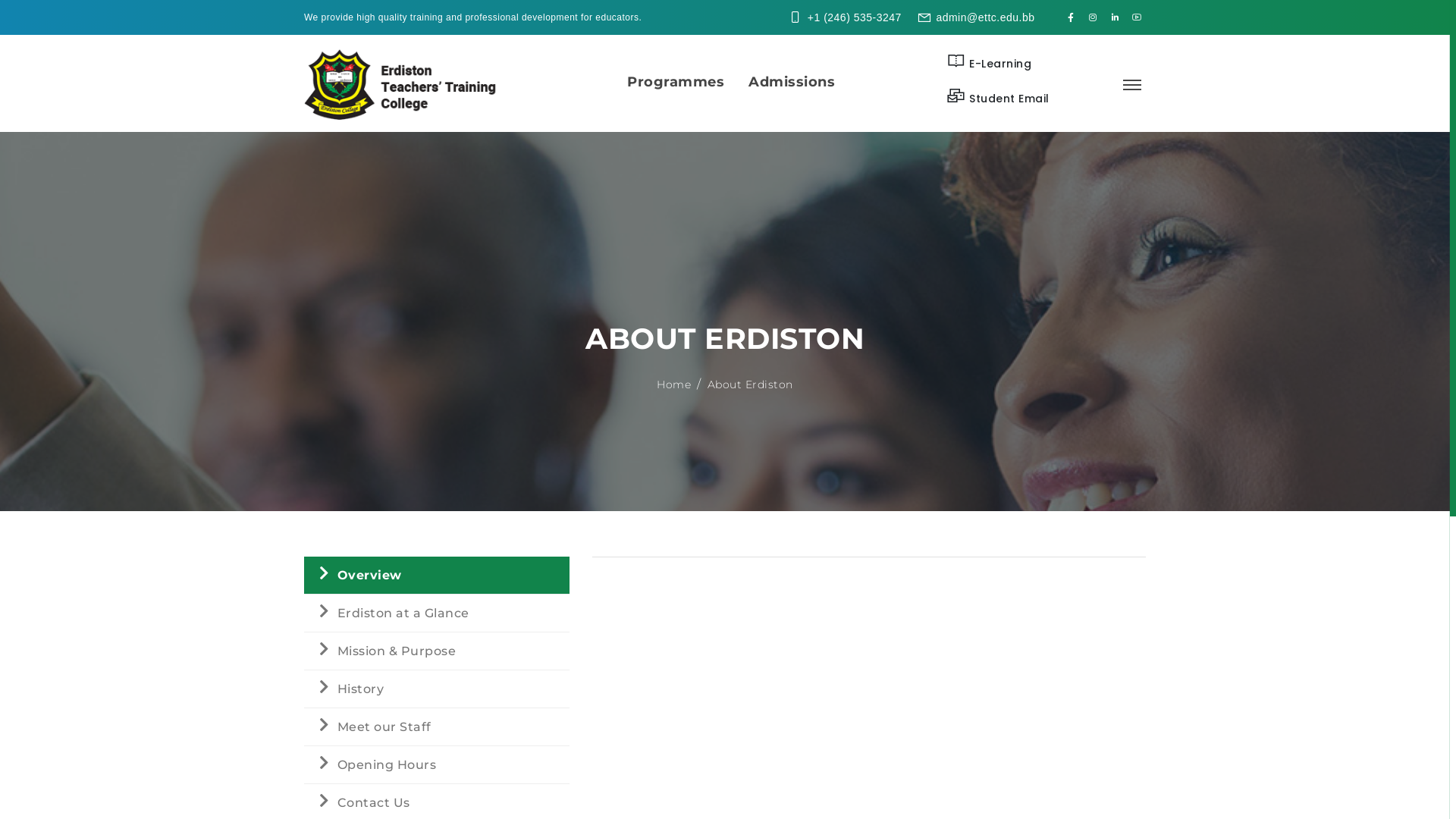 This screenshot has width=1456, height=819. I want to click on 'Home', so click(673, 383).